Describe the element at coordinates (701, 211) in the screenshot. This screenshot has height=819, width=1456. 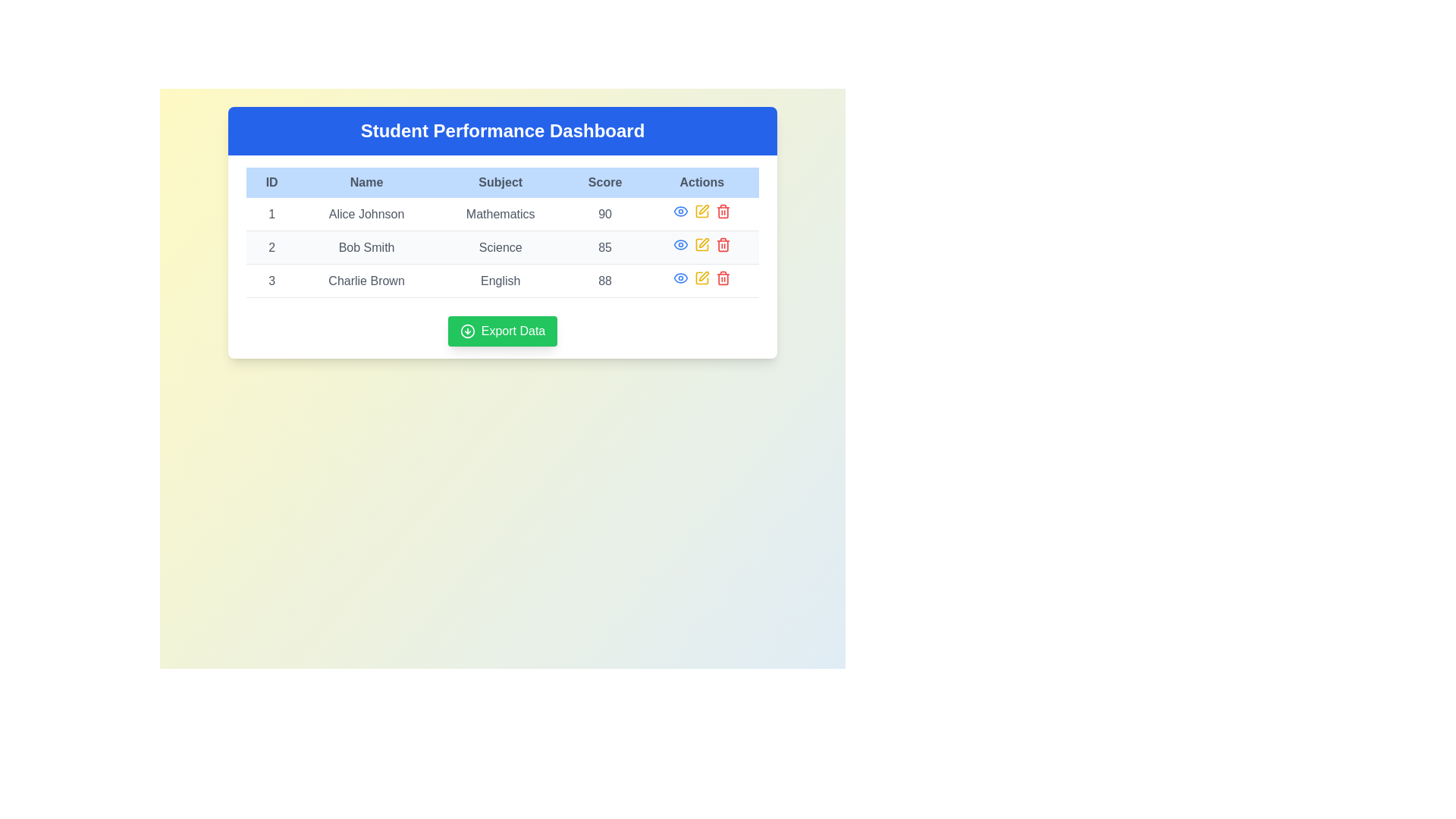
I see `the yellow pencil icon button located in the 'Actions' column of the first row of the user data table` at that location.